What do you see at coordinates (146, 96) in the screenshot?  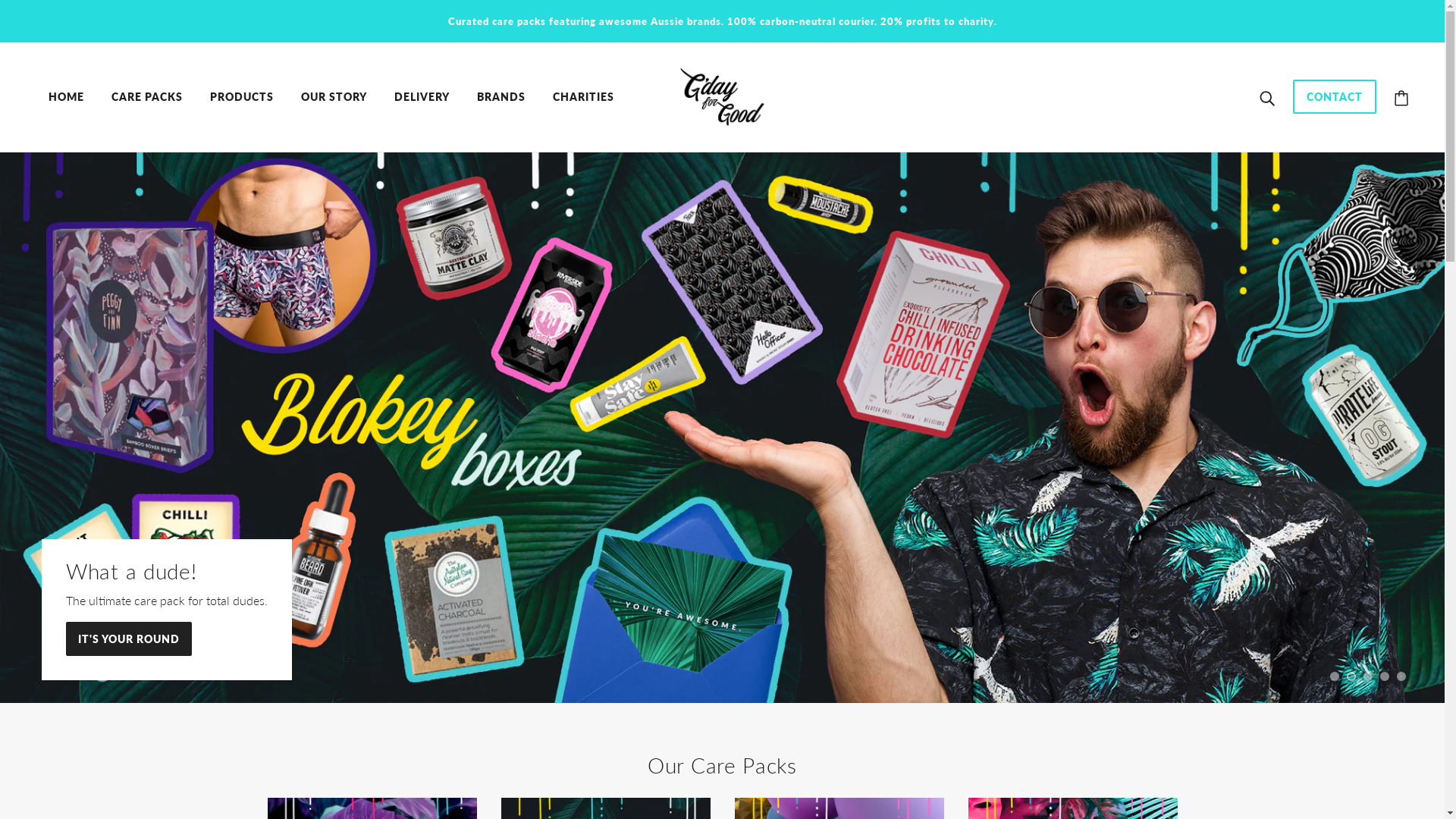 I see `'CARE PACKS'` at bounding box center [146, 96].